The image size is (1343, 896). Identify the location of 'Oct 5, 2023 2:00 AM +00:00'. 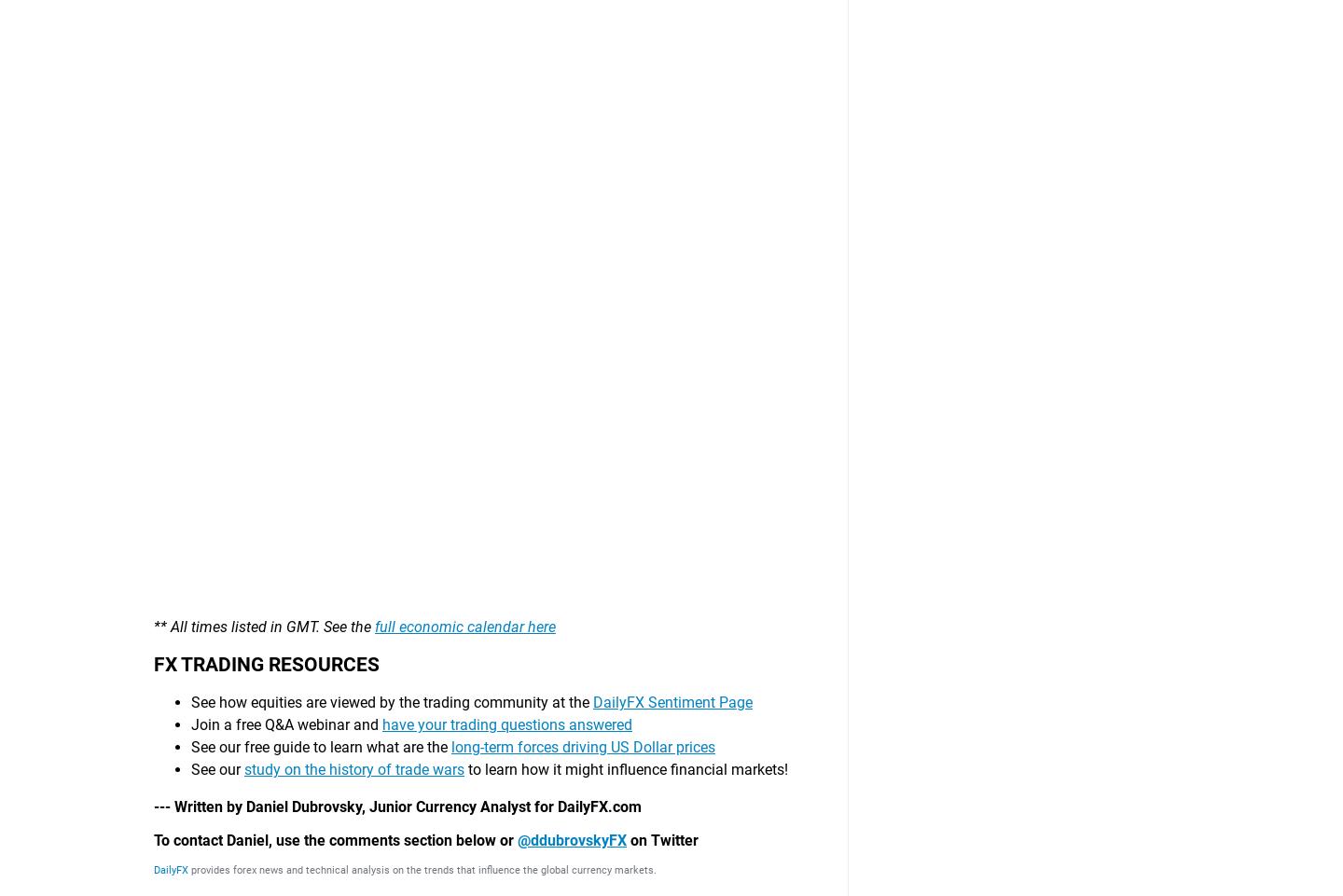
(257, 597).